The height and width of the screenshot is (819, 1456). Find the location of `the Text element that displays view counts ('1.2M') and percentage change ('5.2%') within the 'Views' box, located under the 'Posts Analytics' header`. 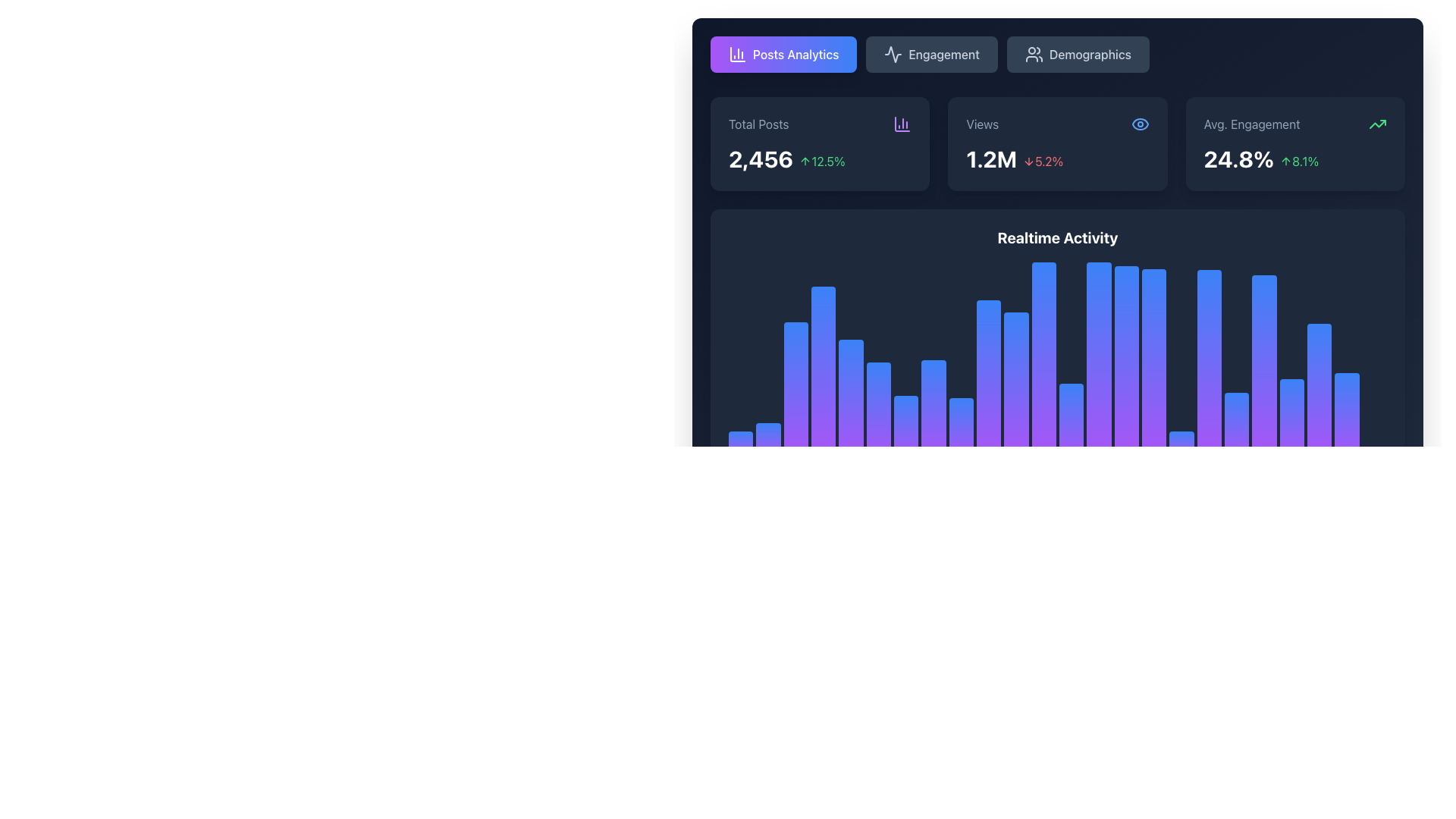

the Text element that displays view counts ('1.2M') and percentage change ('5.2%') within the 'Views' box, located under the 'Posts Analytics' header is located at coordinates (1057, 158).